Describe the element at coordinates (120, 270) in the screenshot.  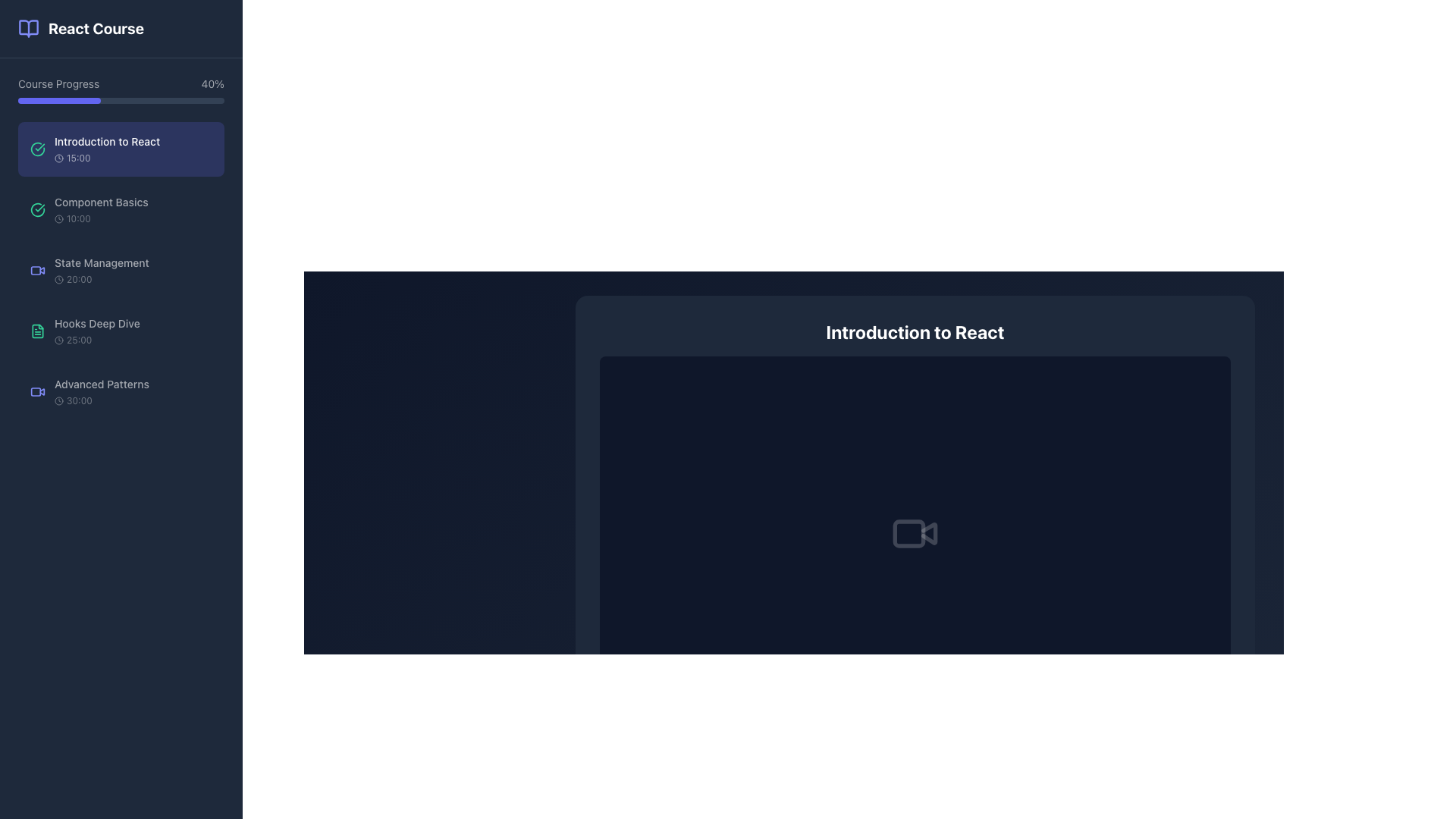
I see `the course list item titled 'State Management' with a duration of '20:00'` at that location.